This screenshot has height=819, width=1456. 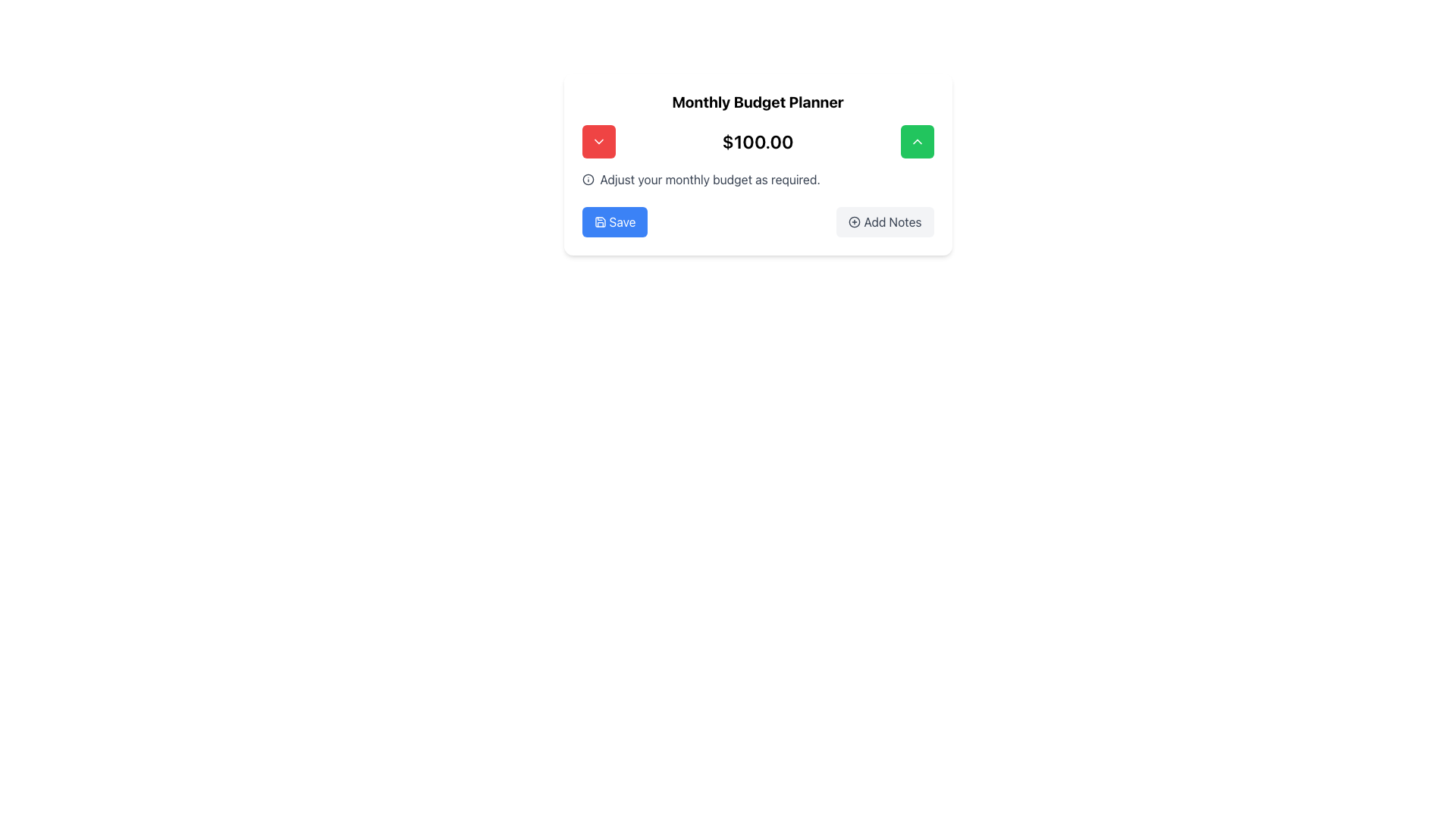 What do you see at coordinates (855, 222) in the screenshot?
I see `the circular '+' icon that is part of the 'Add Notes' button located at the bottom right of the interface` at bounding box center [855, 222].